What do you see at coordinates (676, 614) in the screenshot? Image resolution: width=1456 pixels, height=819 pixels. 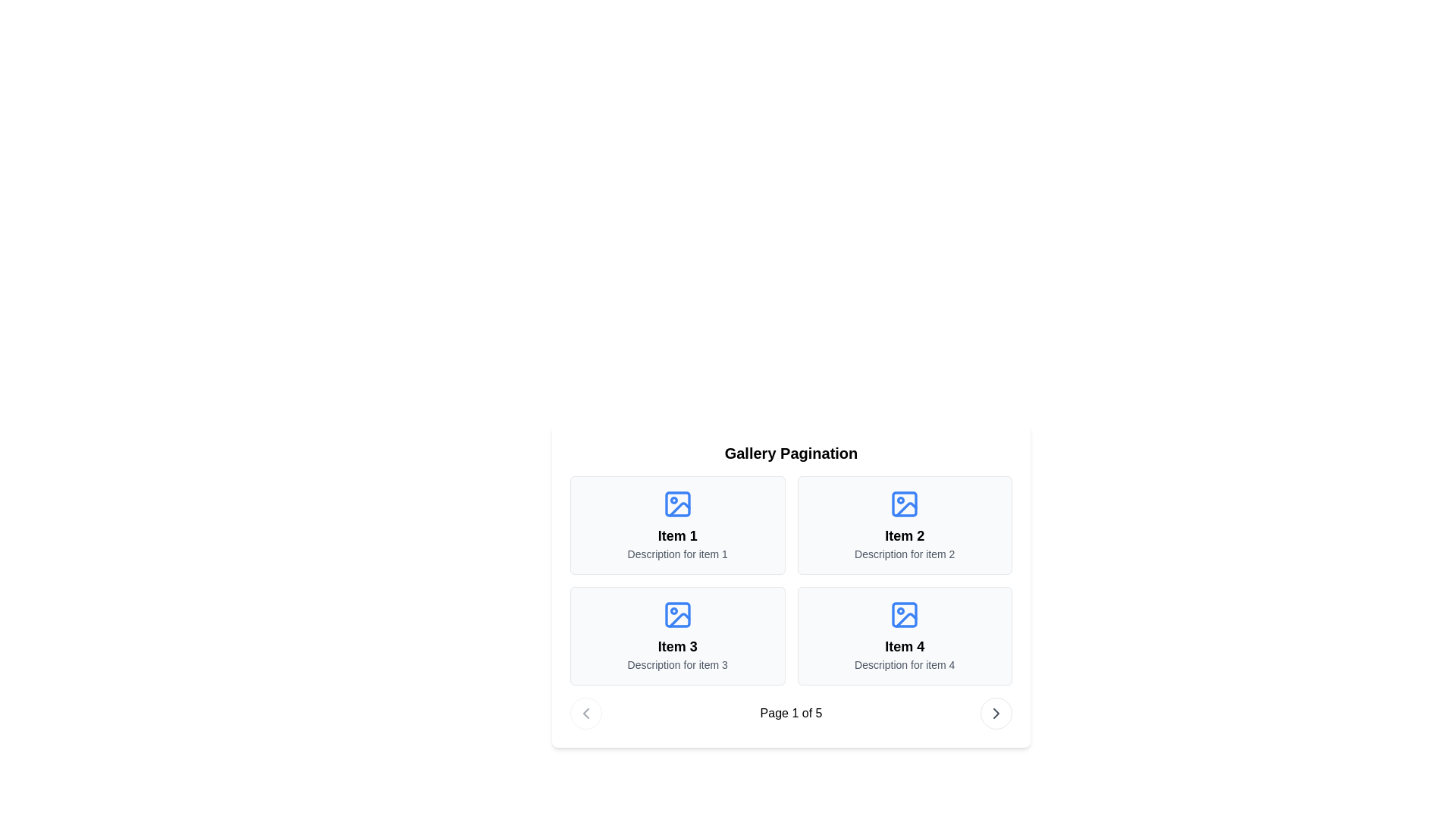 I see `the icon representing 'Item 3' located in the second row, first column of the grid layout` at bounding box center [676, 614].